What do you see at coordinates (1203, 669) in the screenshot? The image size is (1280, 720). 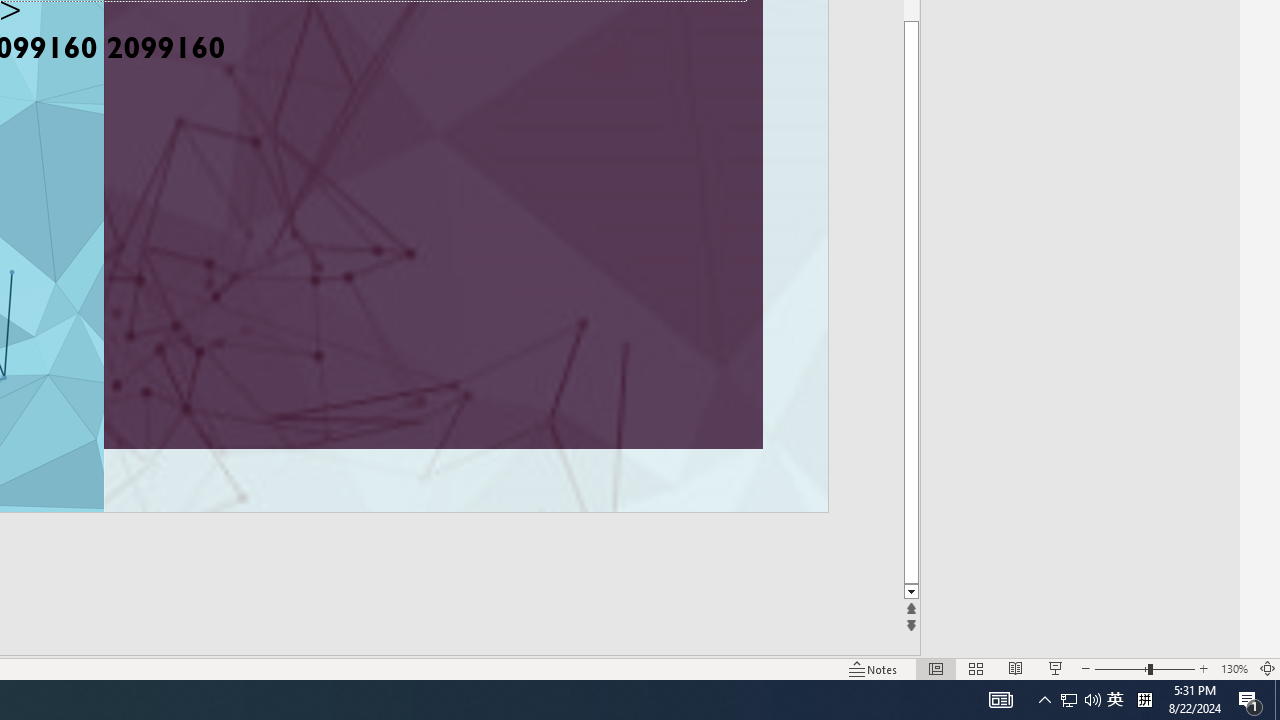 I see `'Zoom In'` at bounding box center [1203, 669].